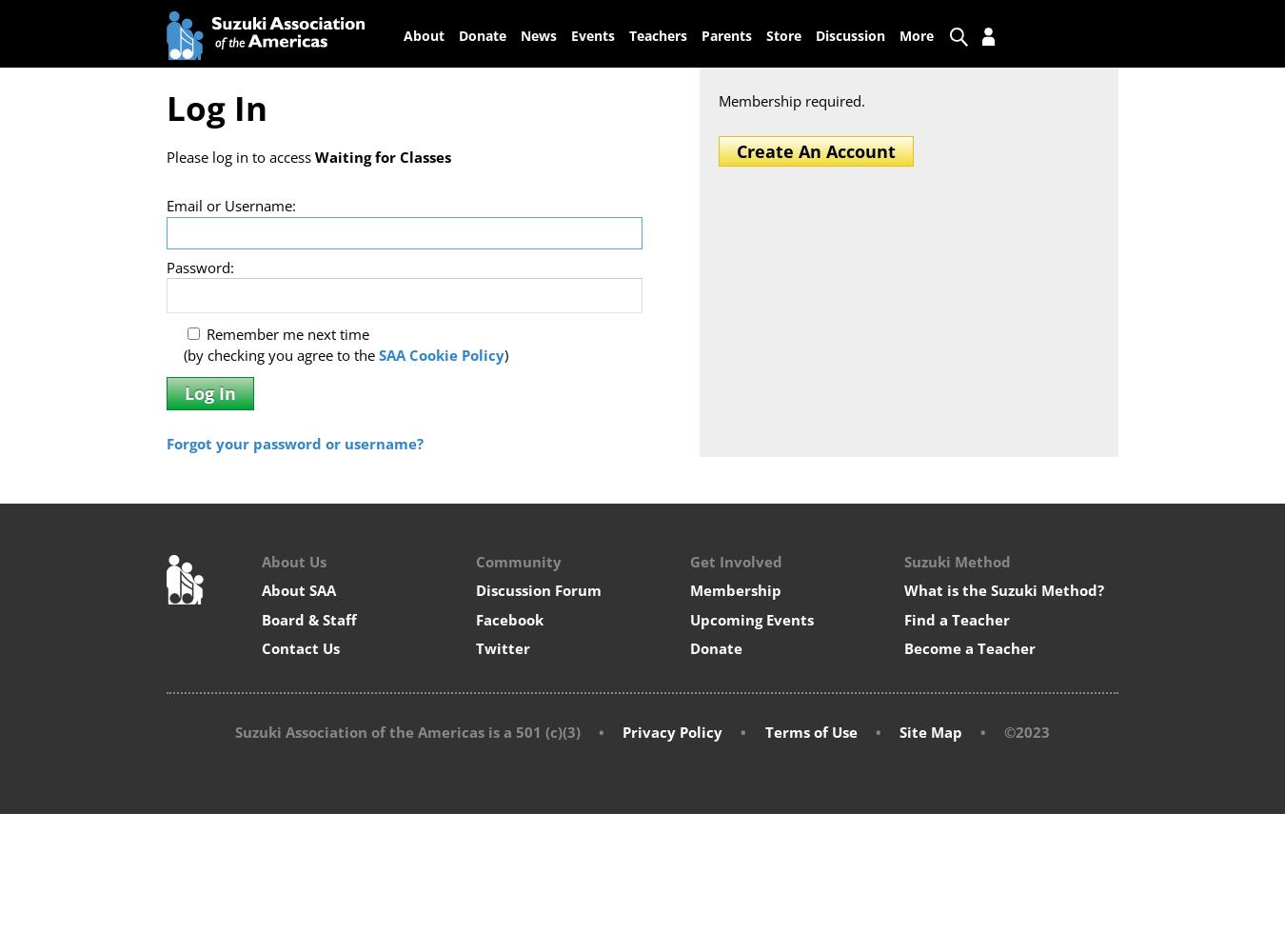 Image resolution: width=1285 pixels, height=952 pixels. What do you see at coordinates (166, 106) in the screenshot?
I see `'Log In'` at bounding box center [166, 106].